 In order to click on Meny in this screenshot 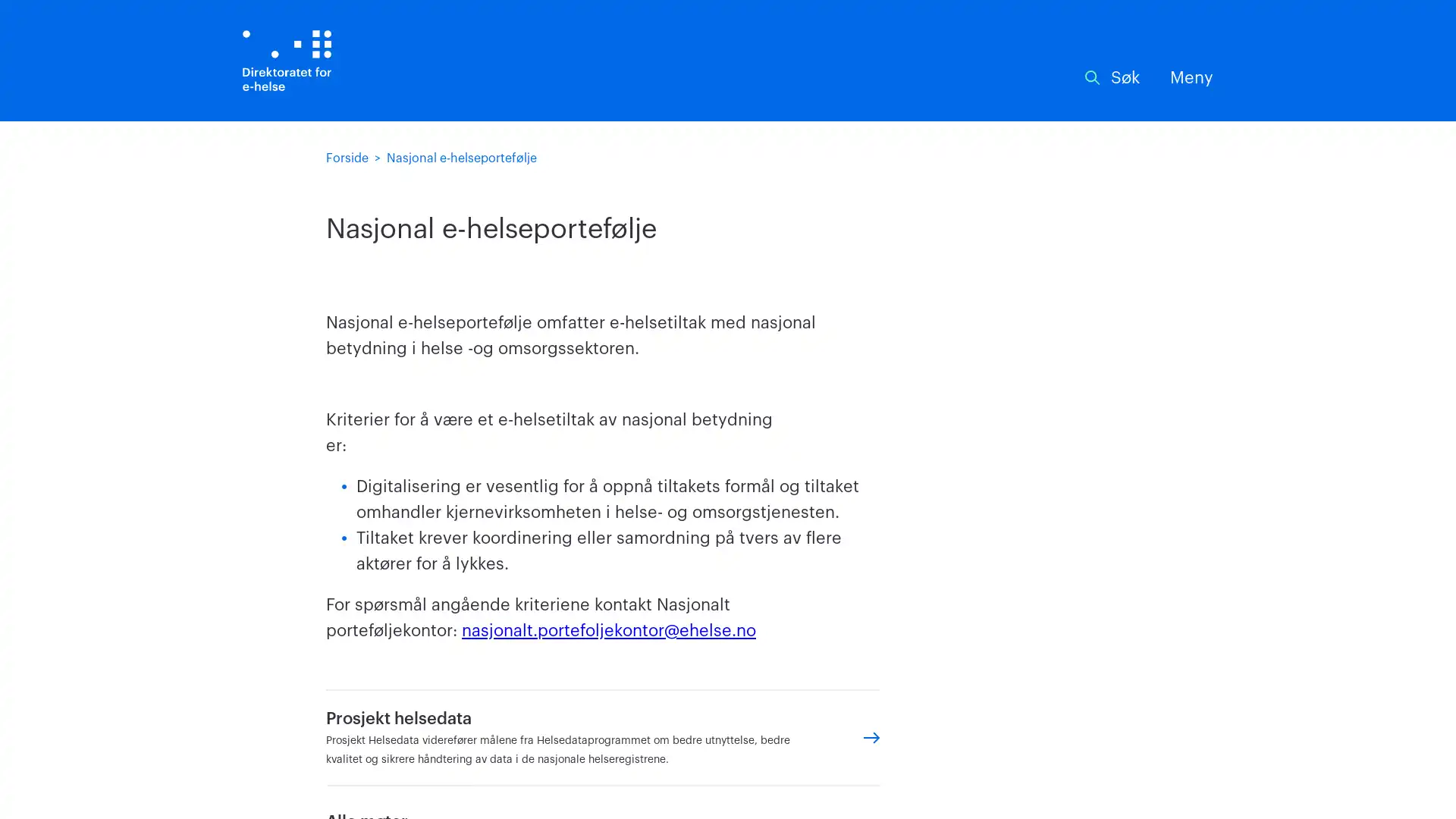, I will do `click(1191, 78)`.